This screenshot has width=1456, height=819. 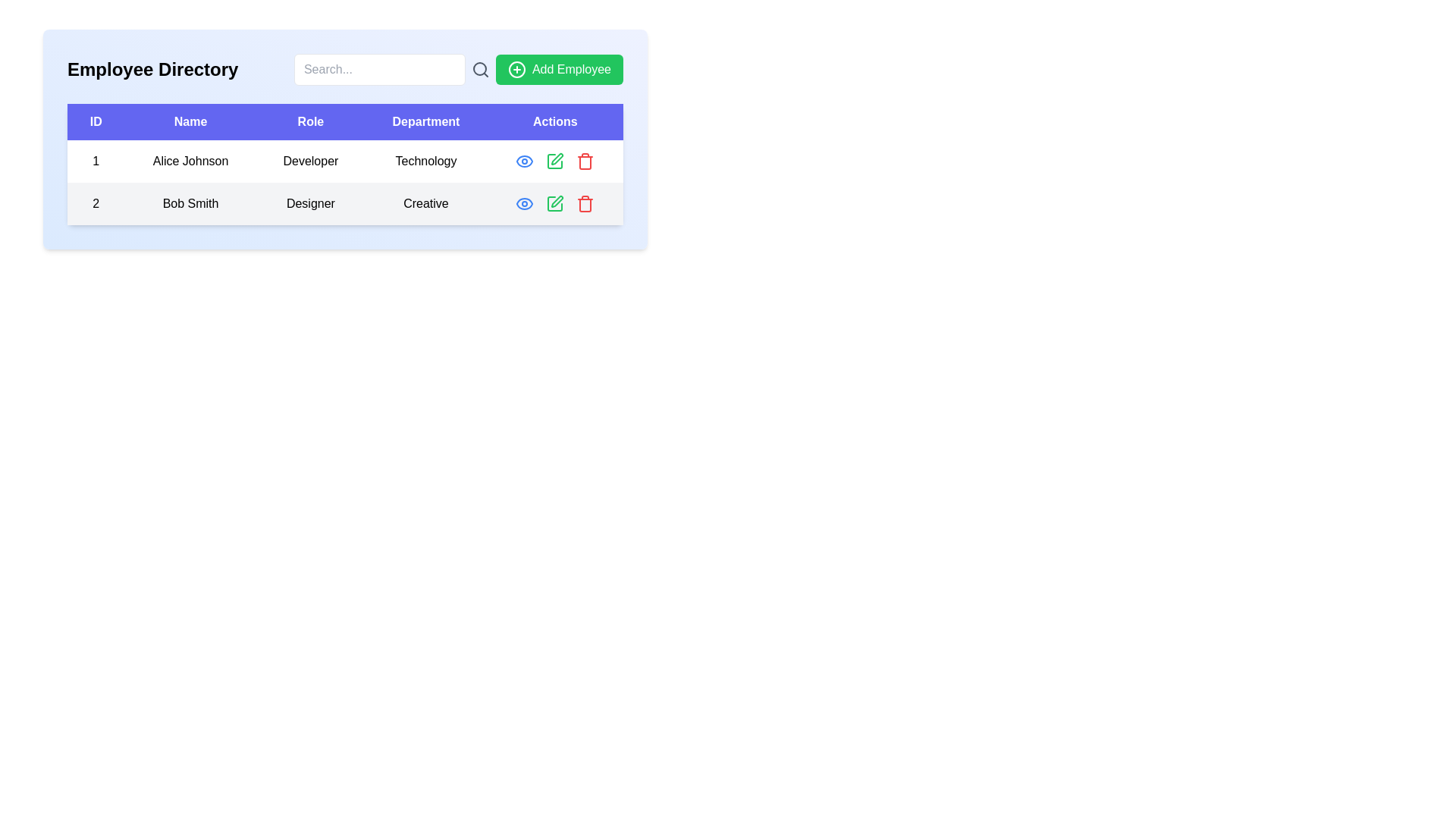 What do you see at coordinates (95, 121) in the screenshot?
I see `the 'ID' column header cell in the data table, which is the first column header providing context for unique identifiers` at bounding box center [95, 121].